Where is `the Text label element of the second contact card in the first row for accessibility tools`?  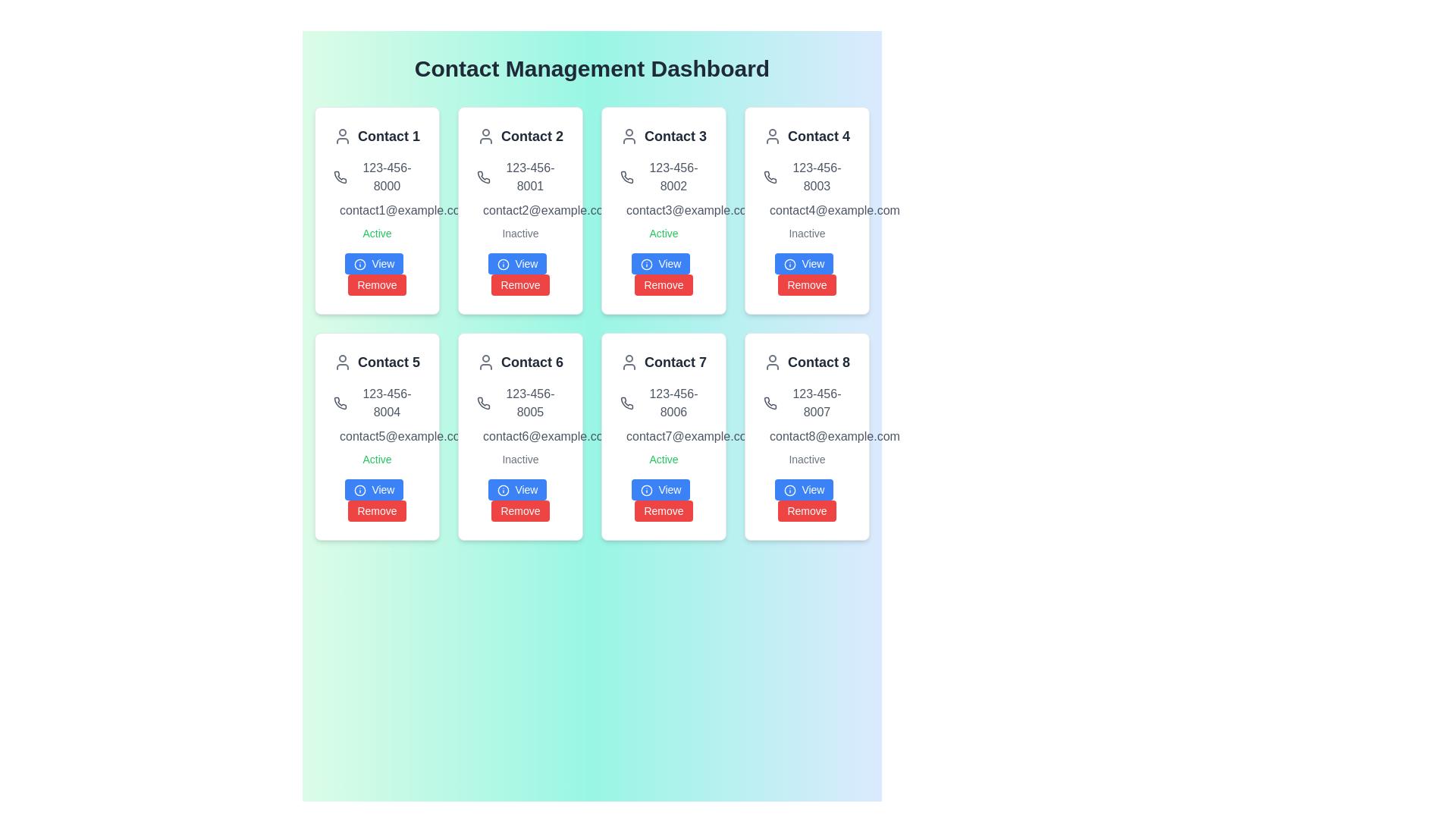
the Text label element of the second contact card in the first row for accessibility tools is located at coordinates (532, 136).